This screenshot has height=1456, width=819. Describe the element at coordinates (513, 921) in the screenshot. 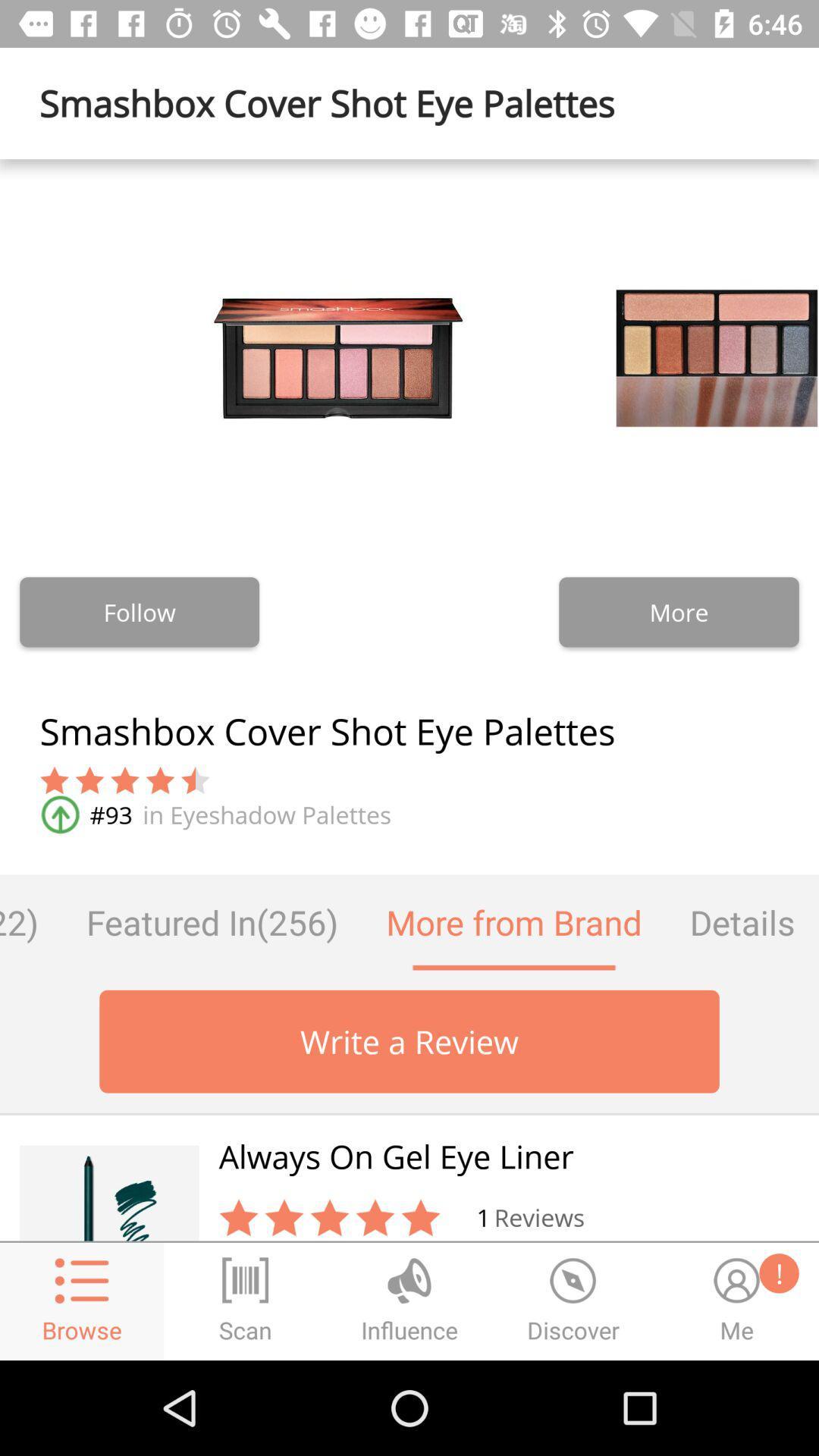

I see `item next to details item` at that location.